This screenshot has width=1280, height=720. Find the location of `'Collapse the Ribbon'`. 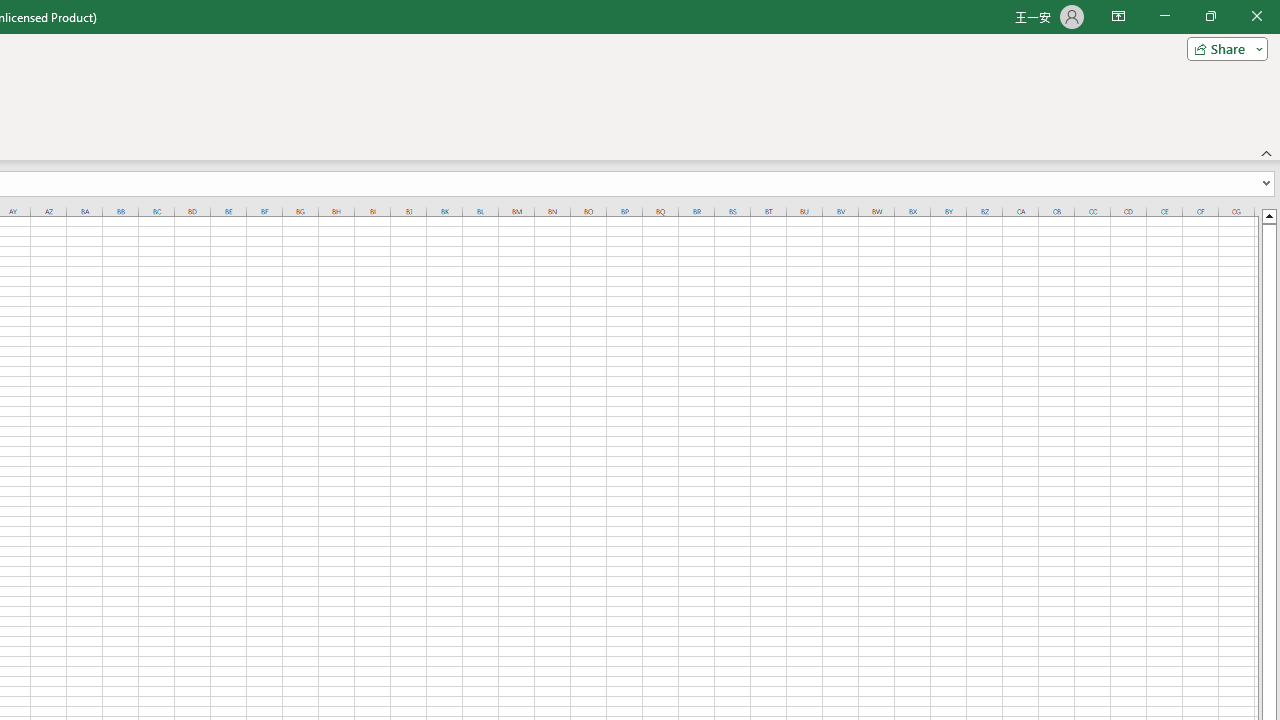

'Collapse the Ribbon' is located at coordinates (1266, 152).